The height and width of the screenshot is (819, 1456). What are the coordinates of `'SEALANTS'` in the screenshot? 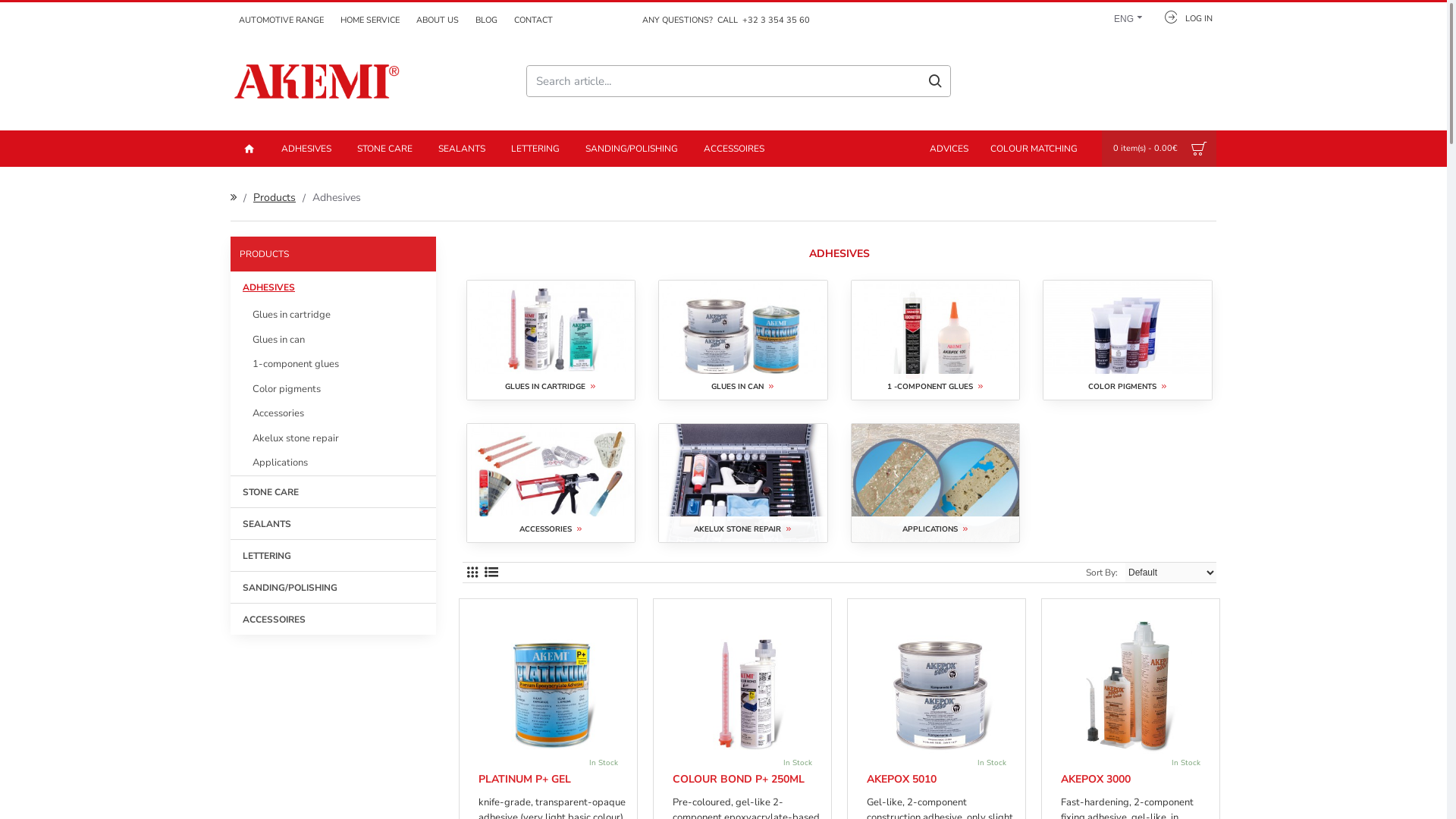 It's located at (332, 522).